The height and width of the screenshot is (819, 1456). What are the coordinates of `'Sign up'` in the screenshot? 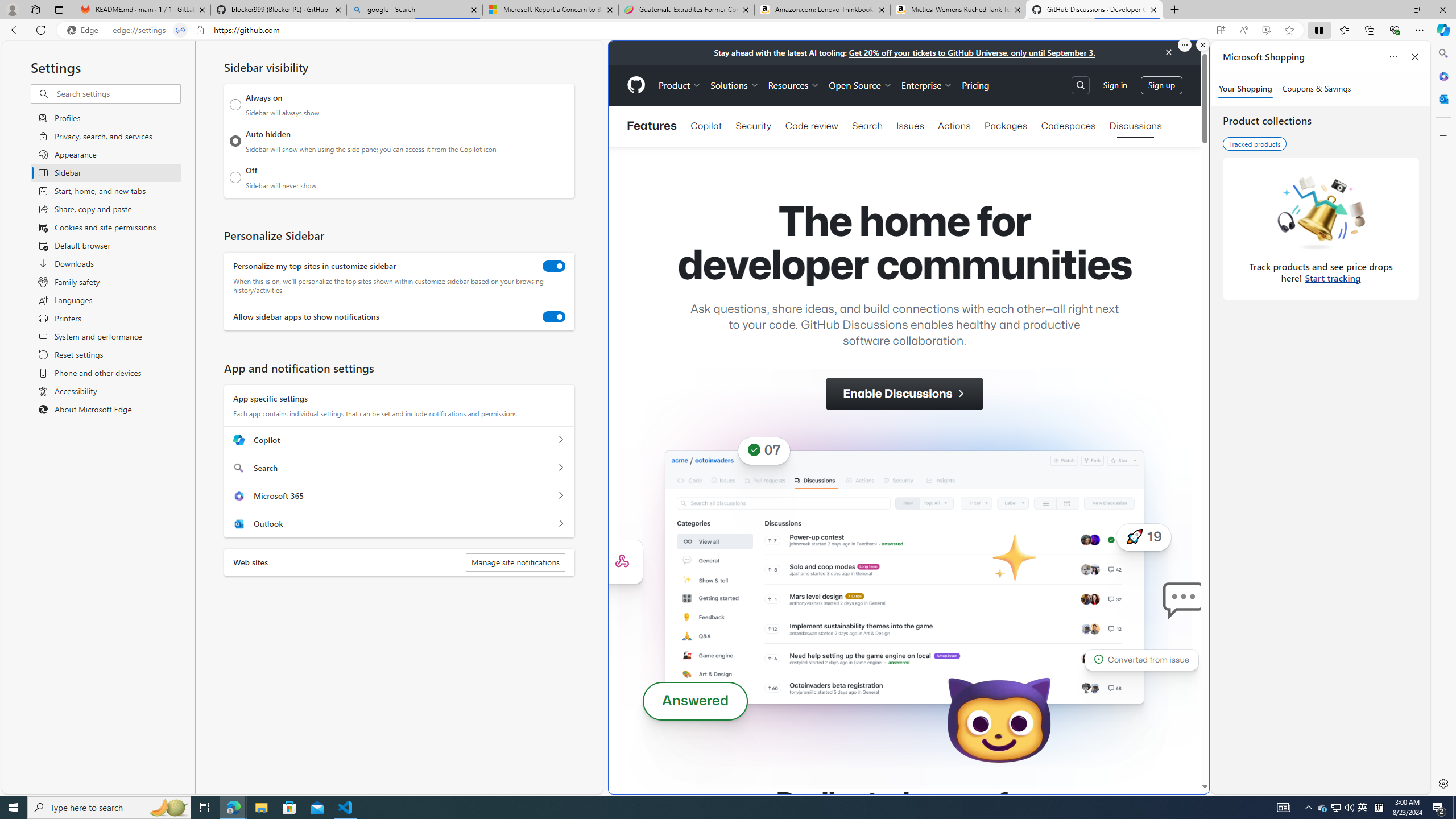 It's located at (1161, 85).